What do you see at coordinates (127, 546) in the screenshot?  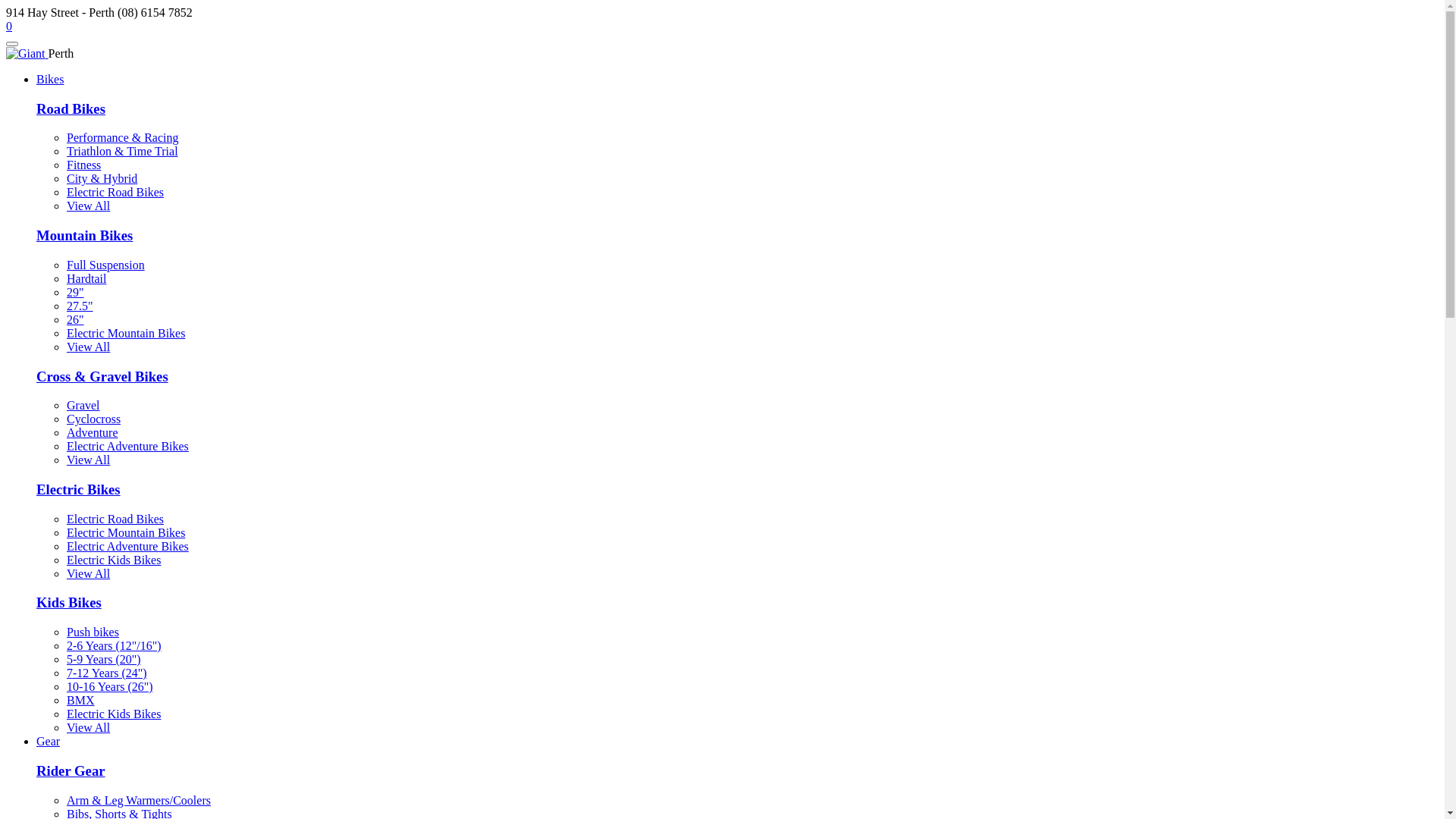 I see `'Electric Adventure Bikes'` at bounding box center [127, 546].